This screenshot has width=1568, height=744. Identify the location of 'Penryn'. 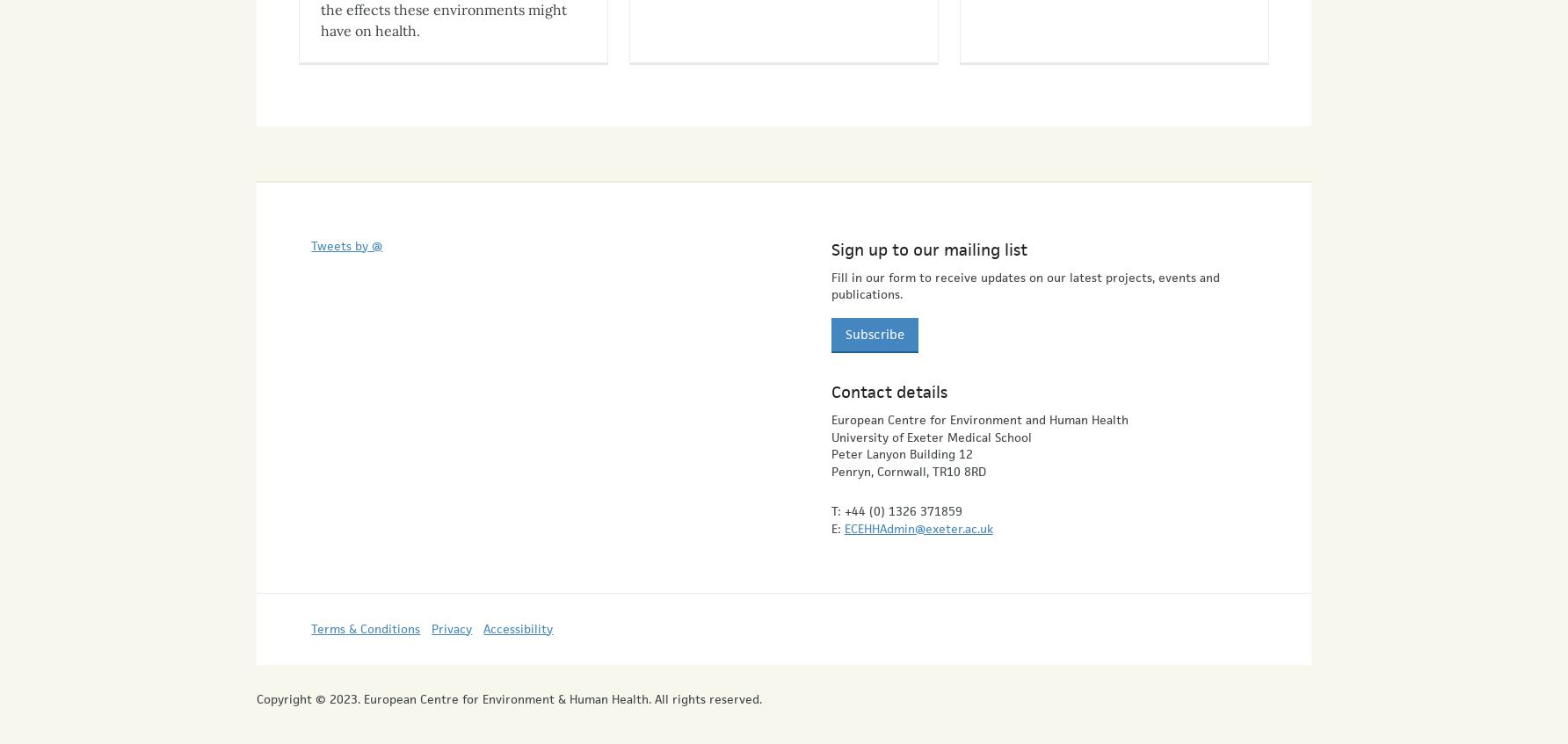
(850, 454).